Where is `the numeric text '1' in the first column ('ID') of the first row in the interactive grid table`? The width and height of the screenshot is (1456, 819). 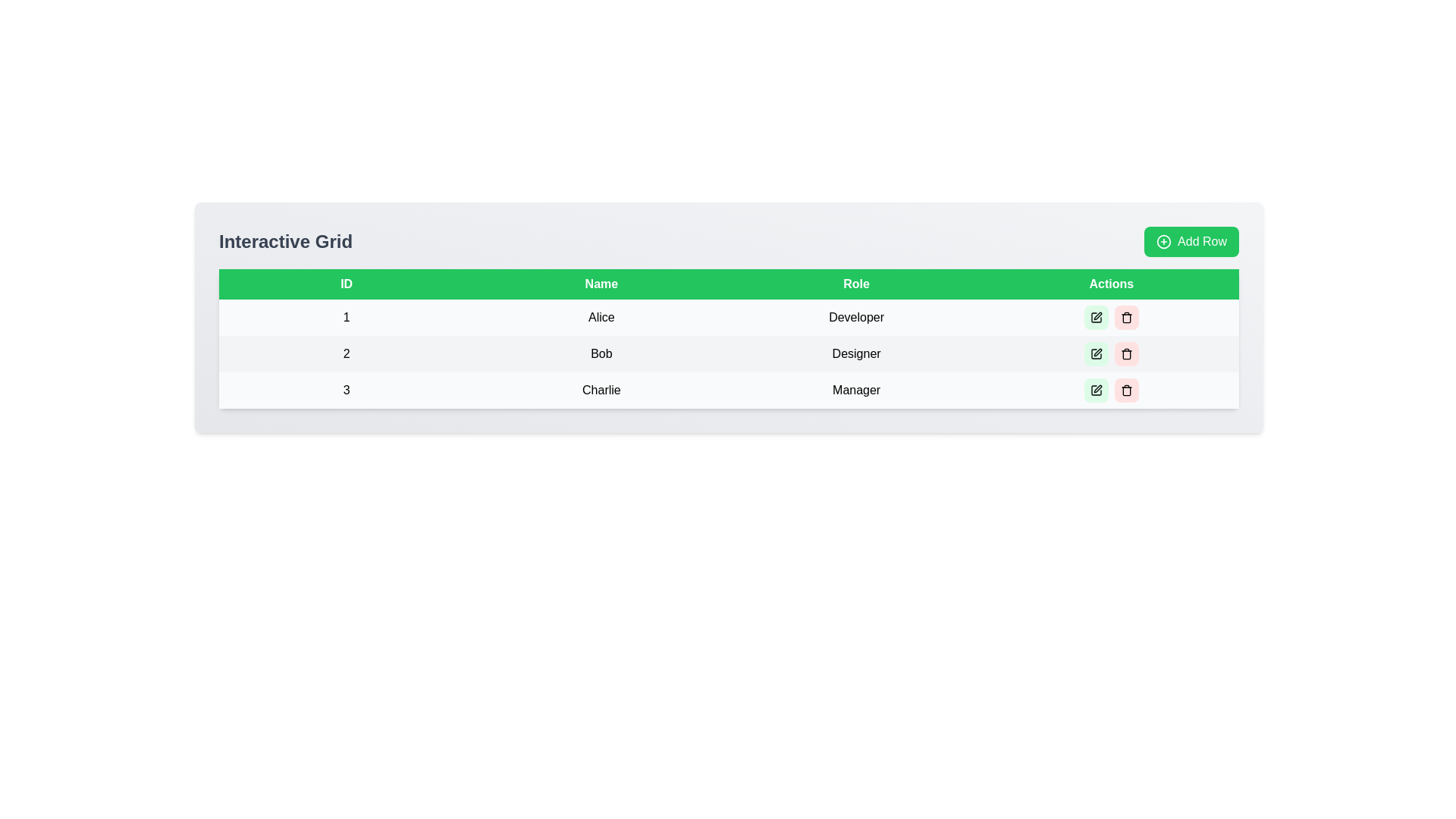
the numeric text '1' in the first column ('ID') of the first row in the interactive grid table is located at coordinates (346, 317).